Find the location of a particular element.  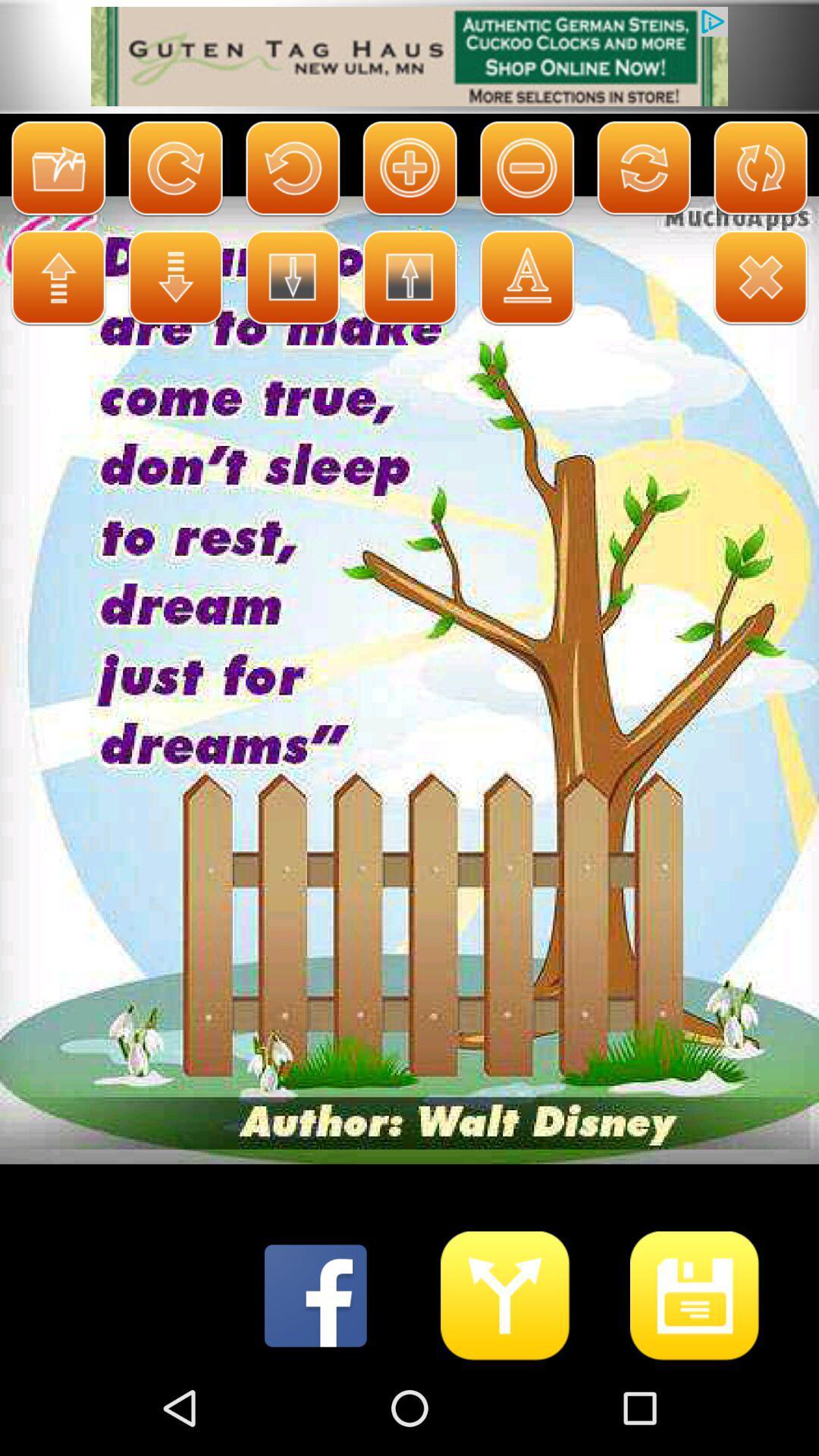

the facebook icon is located at coordinates (315, 1386).